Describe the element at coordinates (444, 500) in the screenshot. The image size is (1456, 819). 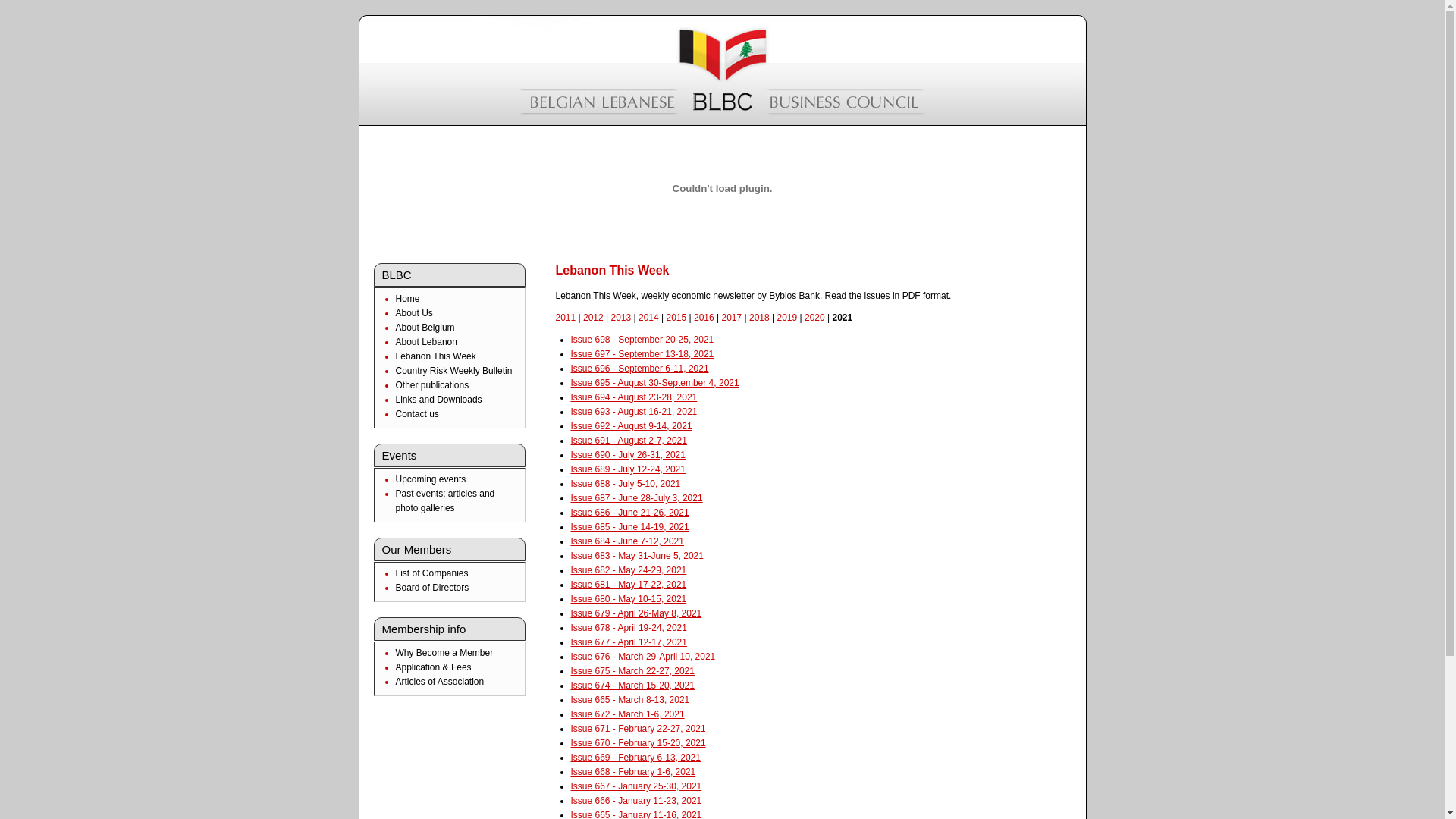
I see `'Past events: articles and photo galleries'` at that location.